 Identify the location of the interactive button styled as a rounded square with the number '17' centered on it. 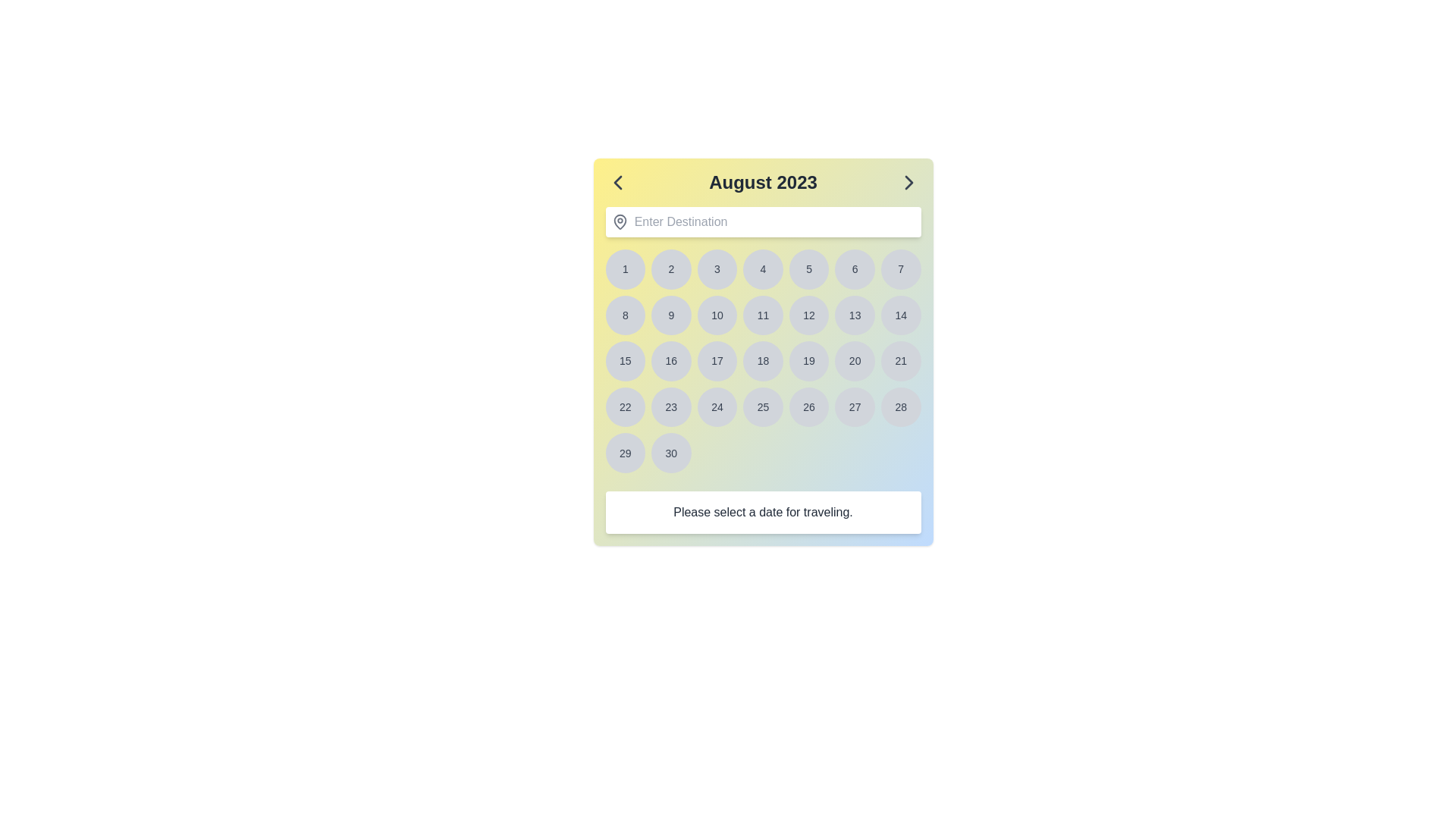
(716, 361).